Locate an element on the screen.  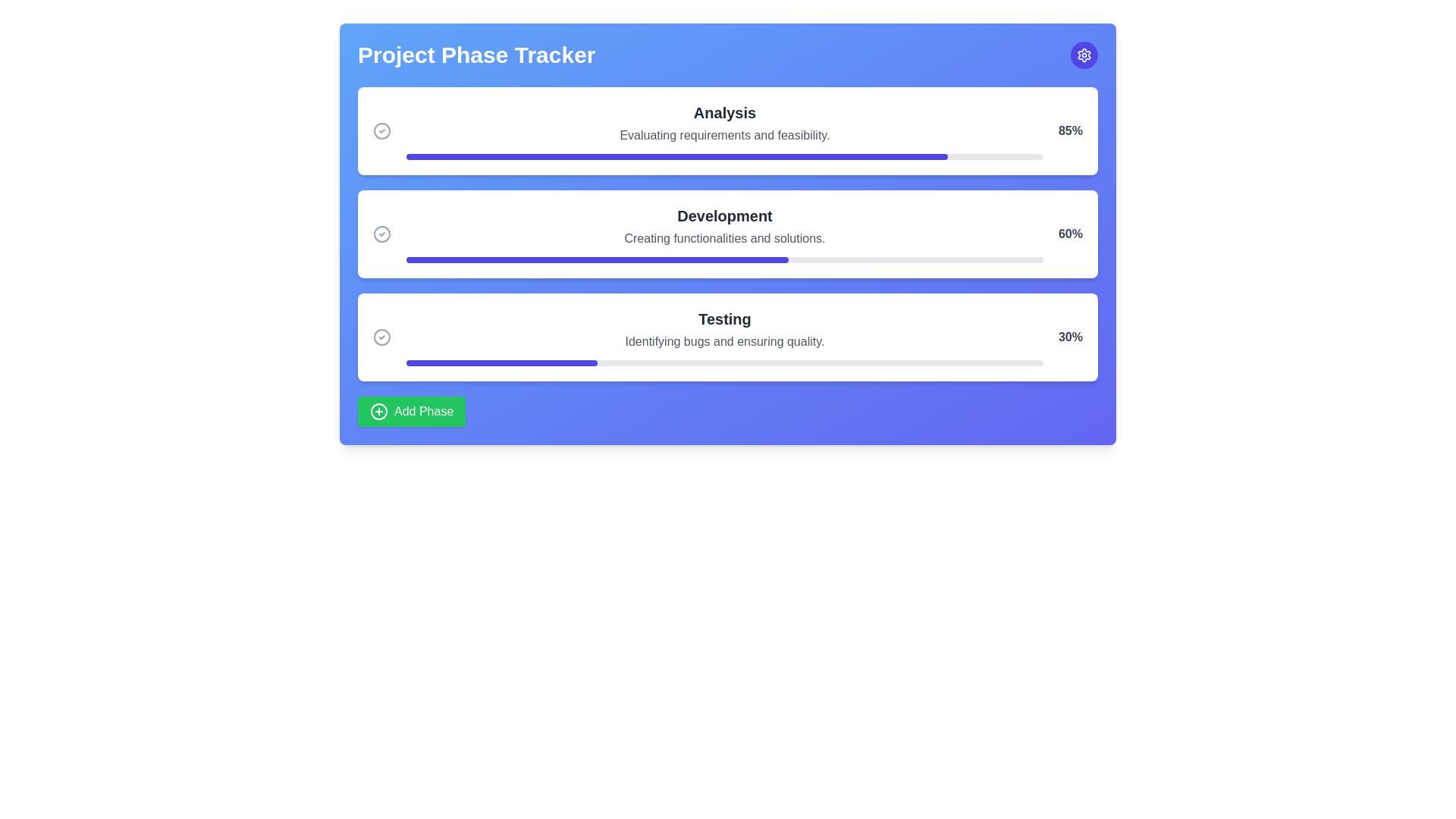
the progress of the horizontal progress bar indicating 85% completion of the 'Analysis' phase, located under the 'Analysis' section of the progress tracker interface is located at coordinates (723, 157).